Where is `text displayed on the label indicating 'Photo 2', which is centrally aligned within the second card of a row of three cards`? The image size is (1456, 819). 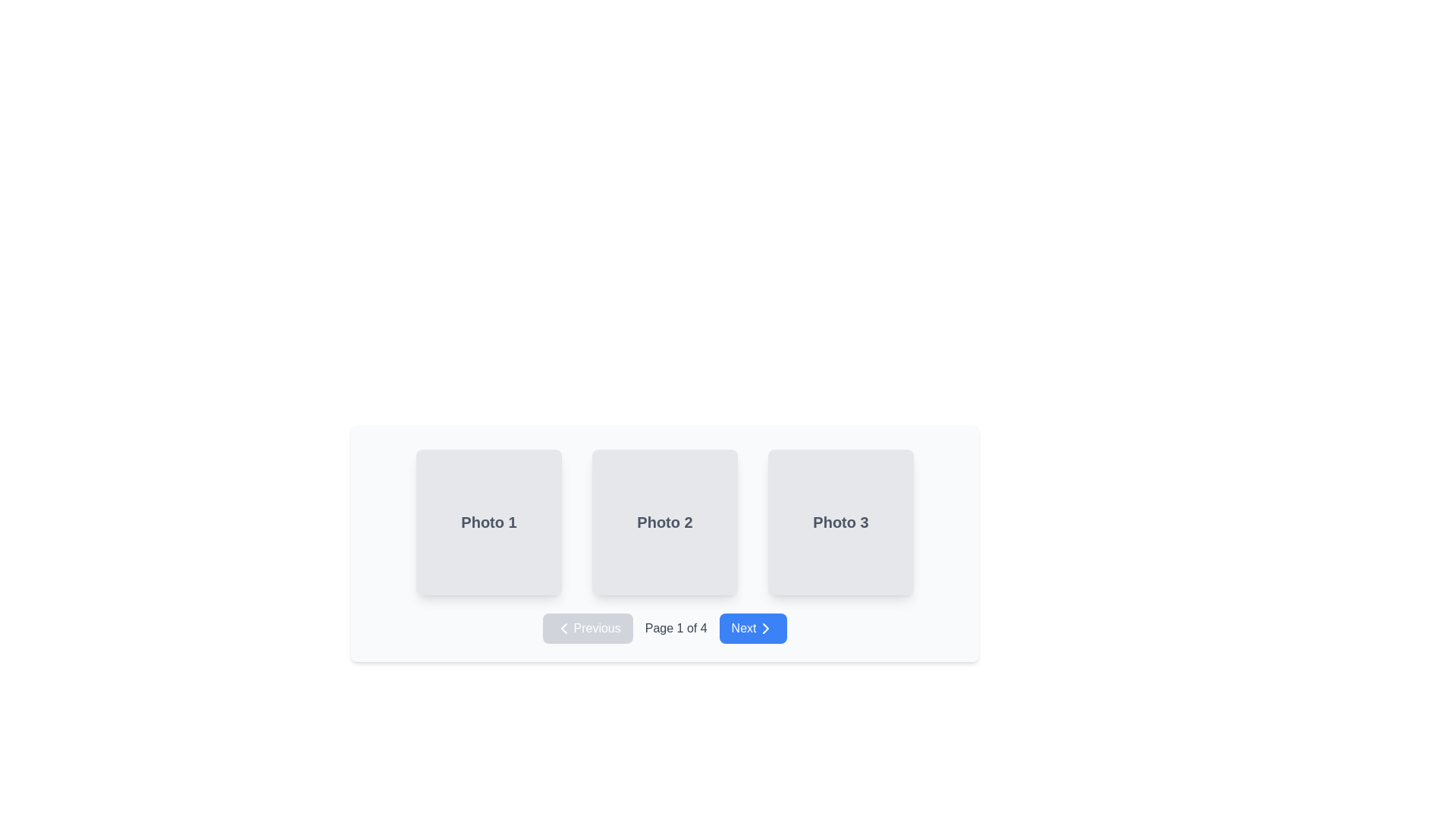
text displayed on the label indicating 'Photo 2', which is centrally aligned within the second card of a row of three cards is located at coordinates (665, 522).